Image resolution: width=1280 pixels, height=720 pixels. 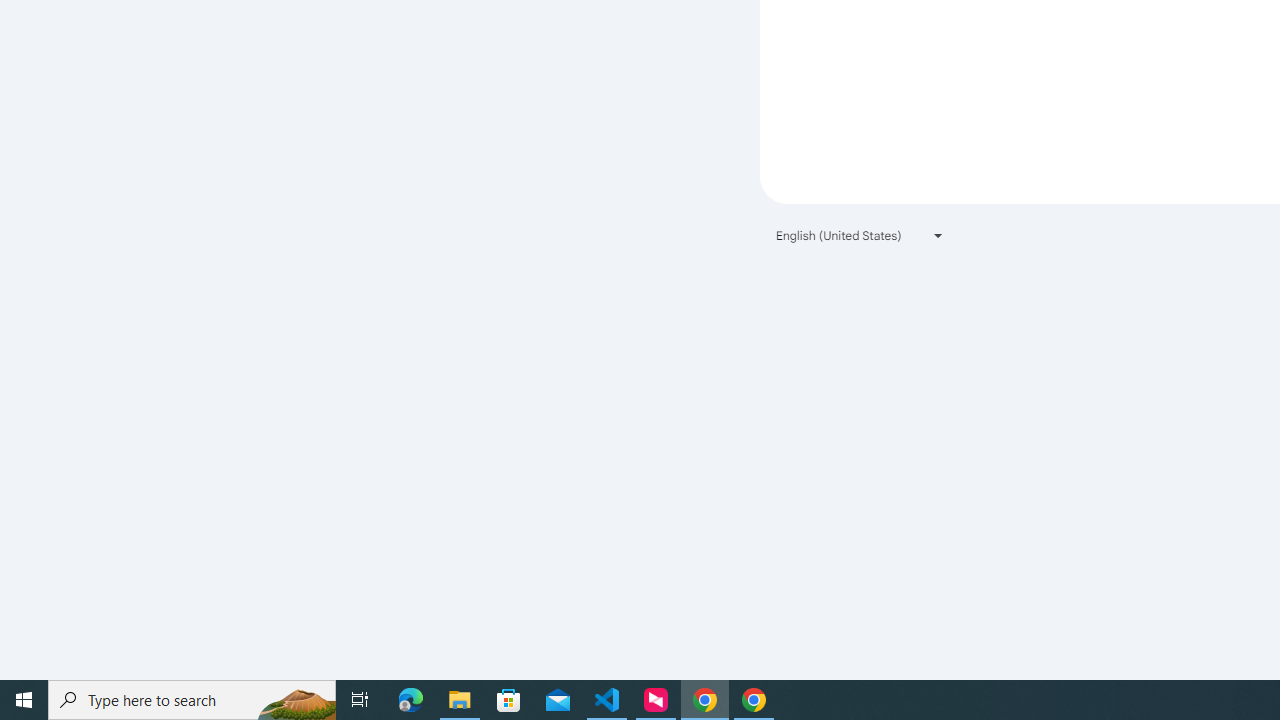 What do you see at coordinates (860, 234) in the screenshot?
I see `'English (United States)'` at bounding box center [860, 234].